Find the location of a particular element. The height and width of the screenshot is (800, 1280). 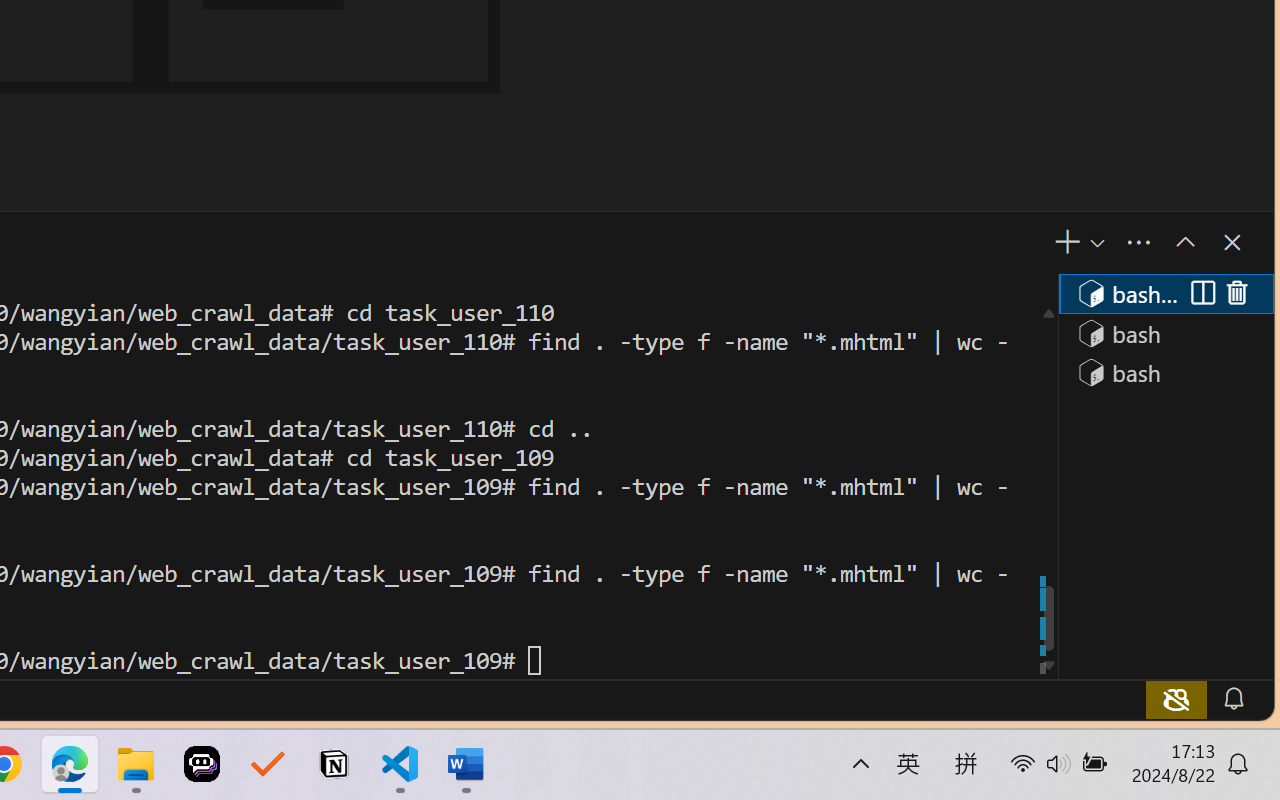

'Maximize Panel Size' is located at coordinates (1184, 241).